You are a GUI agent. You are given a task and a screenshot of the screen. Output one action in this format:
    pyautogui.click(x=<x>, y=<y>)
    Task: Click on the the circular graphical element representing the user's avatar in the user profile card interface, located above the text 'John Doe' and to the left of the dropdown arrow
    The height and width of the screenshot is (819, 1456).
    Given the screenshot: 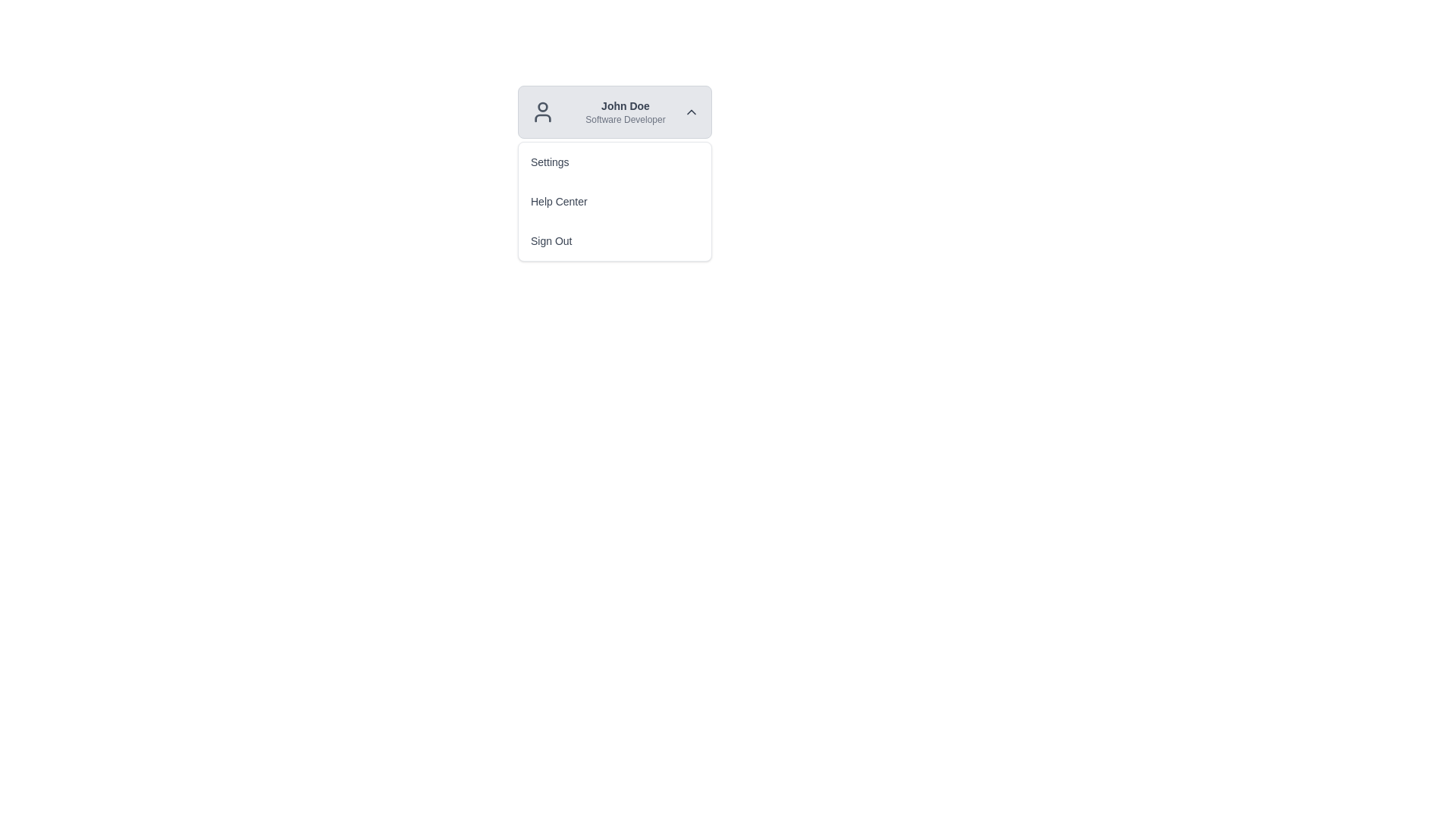 What is the action you would take?
    pyautogui.click(x=542, y=106)
    